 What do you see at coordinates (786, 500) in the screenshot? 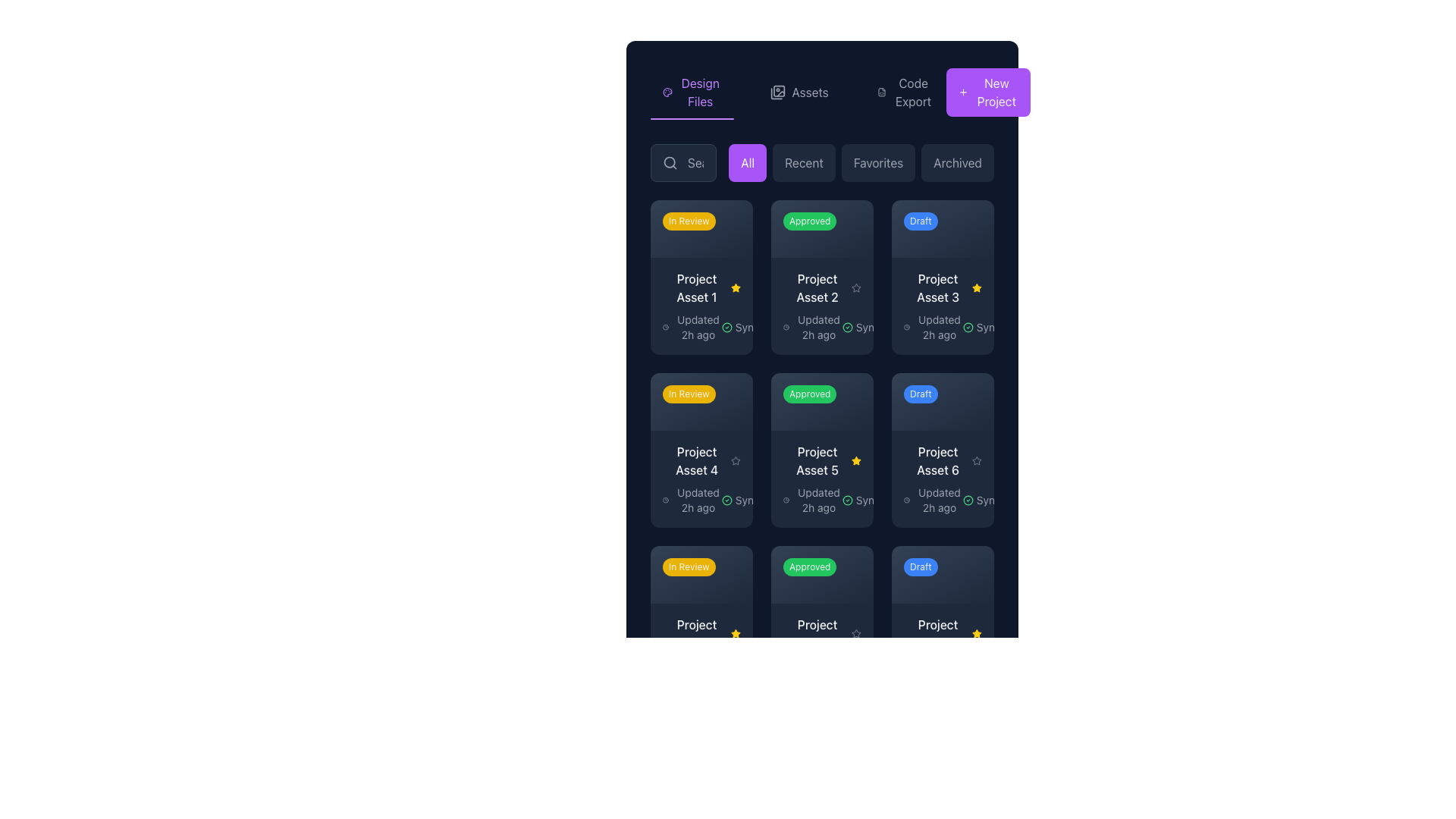
I see `the clock icon located to the left of the 'Updated 2h ago' text` at bounding box center [786, 500].